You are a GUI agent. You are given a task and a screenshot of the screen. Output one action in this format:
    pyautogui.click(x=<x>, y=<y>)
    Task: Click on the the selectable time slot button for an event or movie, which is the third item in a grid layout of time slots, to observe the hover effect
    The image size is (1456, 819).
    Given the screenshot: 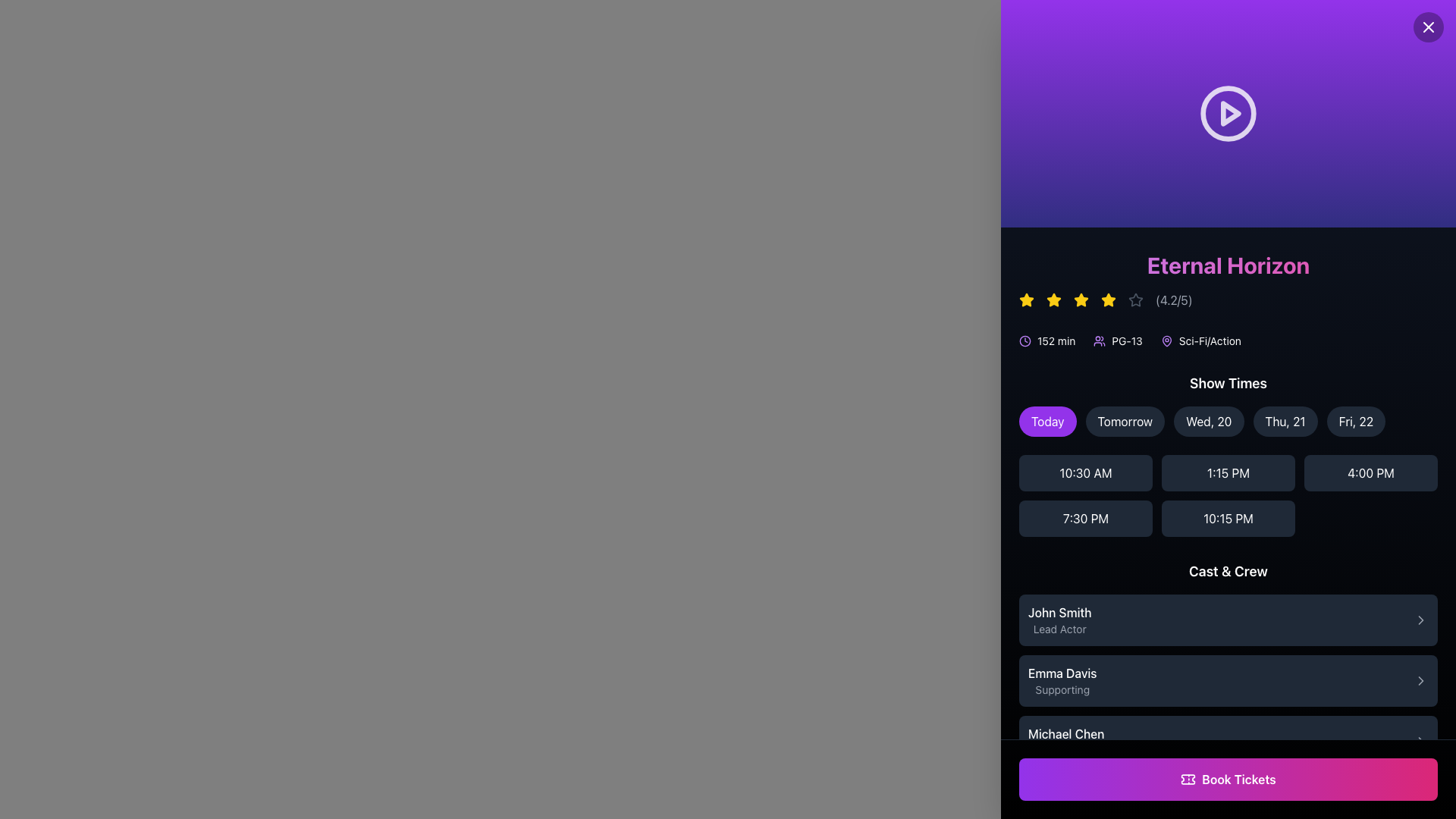 What is the action you would take?
    pyautogui.click(x=1371, y=472)
    